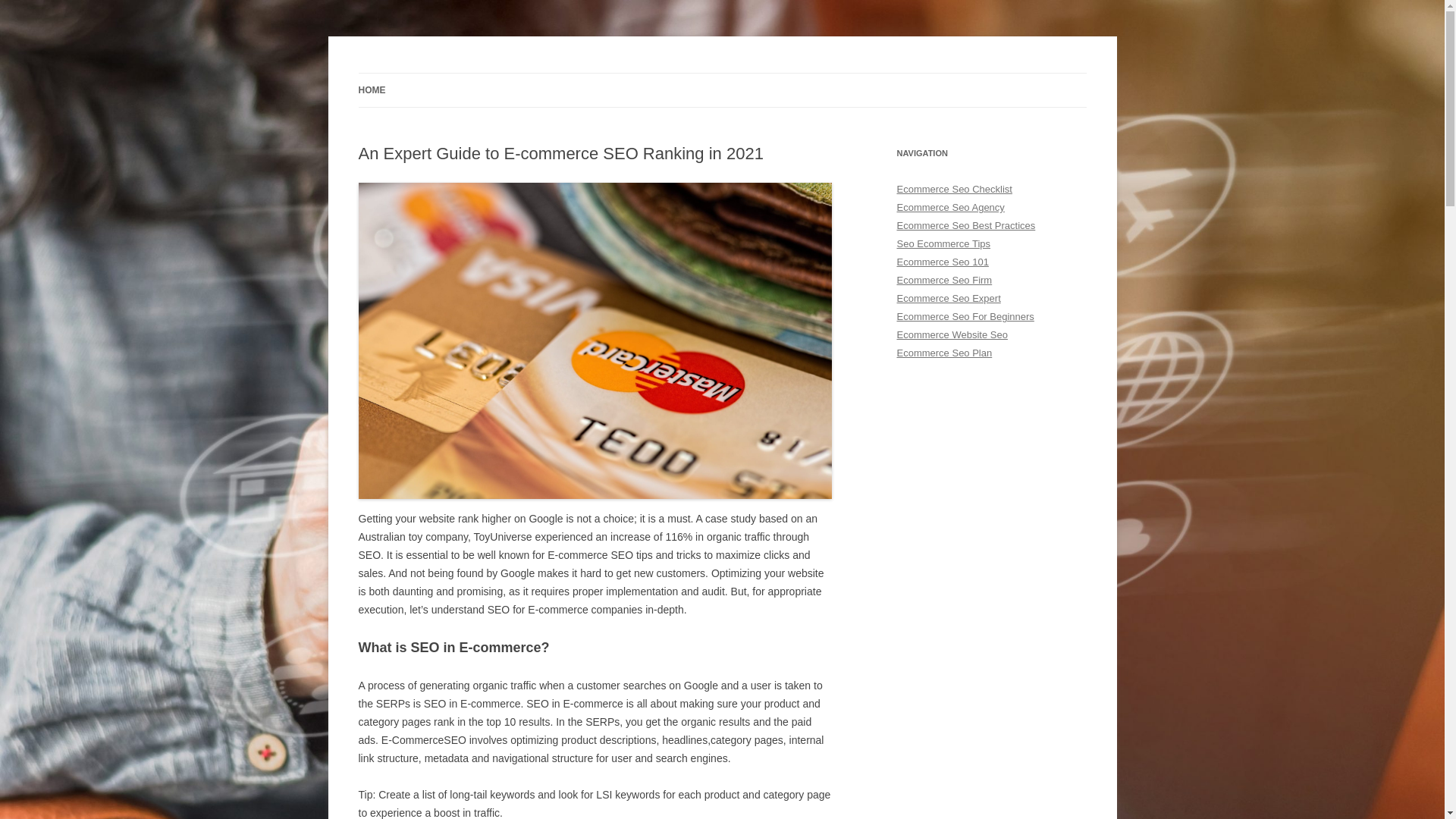 The height and width of the screenshot is (819, 1456). I want to click on 'E-commerce SEO', so click(439, 73).